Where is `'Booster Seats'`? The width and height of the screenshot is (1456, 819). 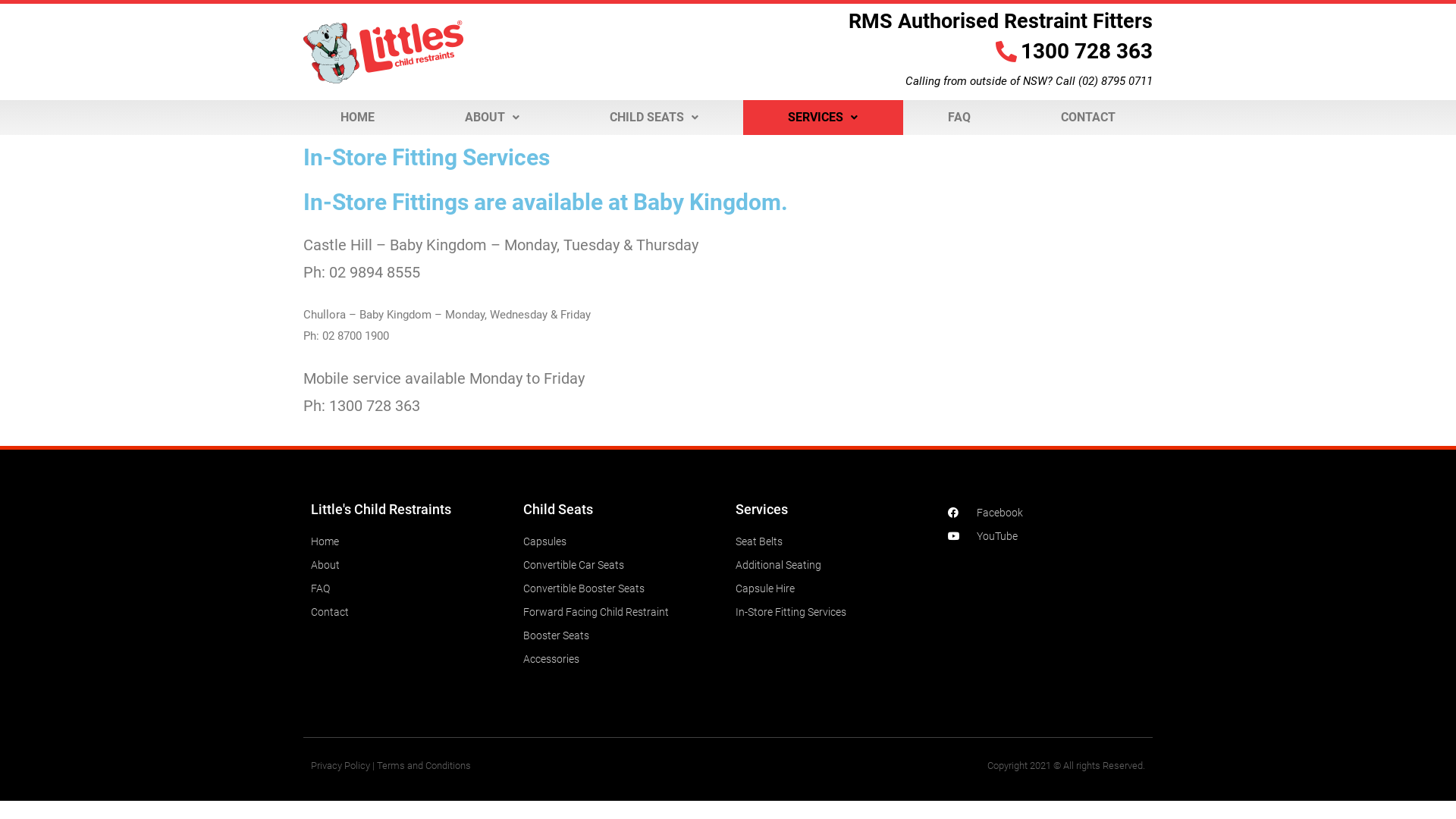
'Booster Seats' is located at coordinates (523, 635).